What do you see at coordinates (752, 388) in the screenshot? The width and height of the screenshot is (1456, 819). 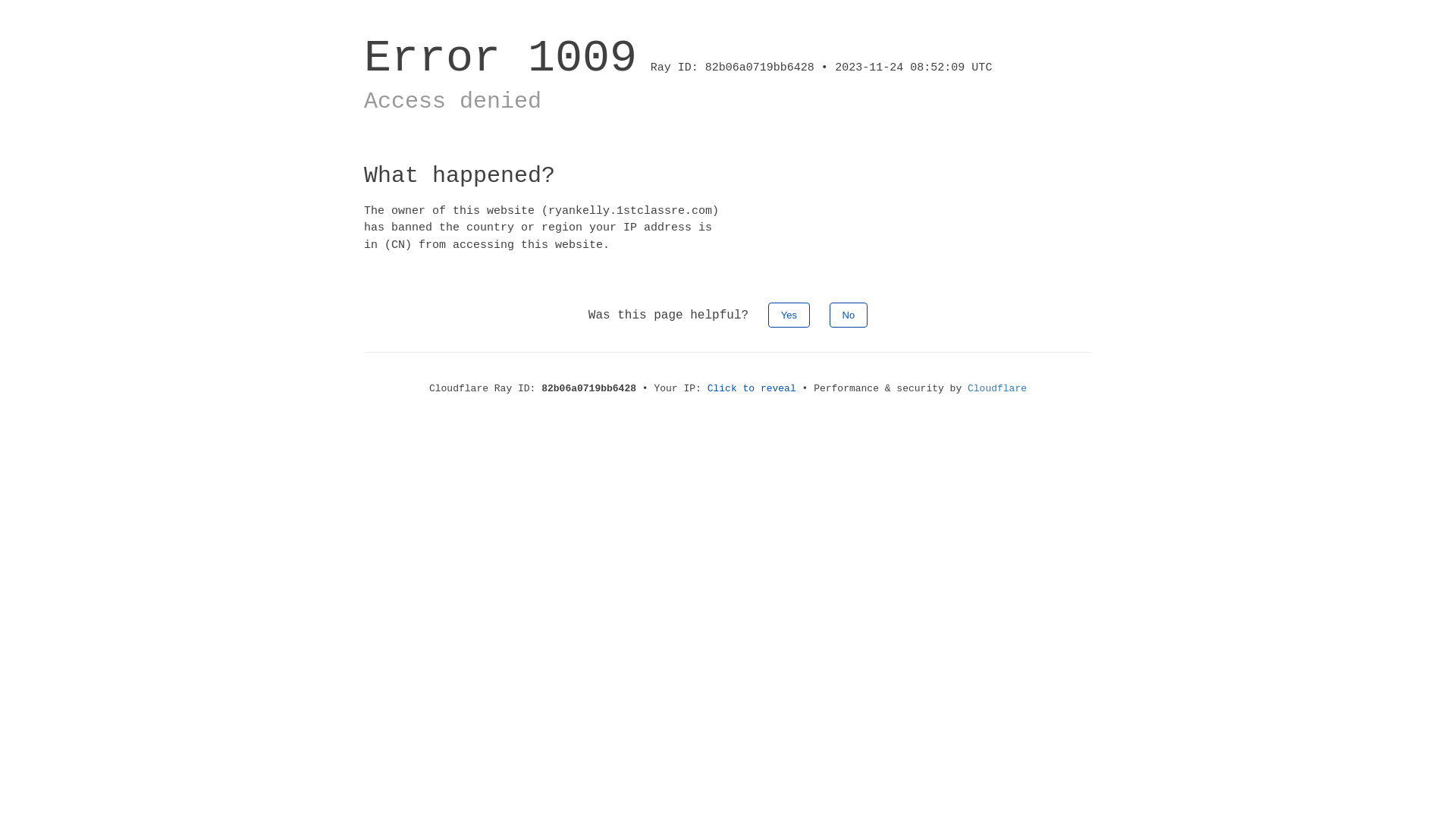 I see `'Click to reveal'` at bounding box center [752, 388].